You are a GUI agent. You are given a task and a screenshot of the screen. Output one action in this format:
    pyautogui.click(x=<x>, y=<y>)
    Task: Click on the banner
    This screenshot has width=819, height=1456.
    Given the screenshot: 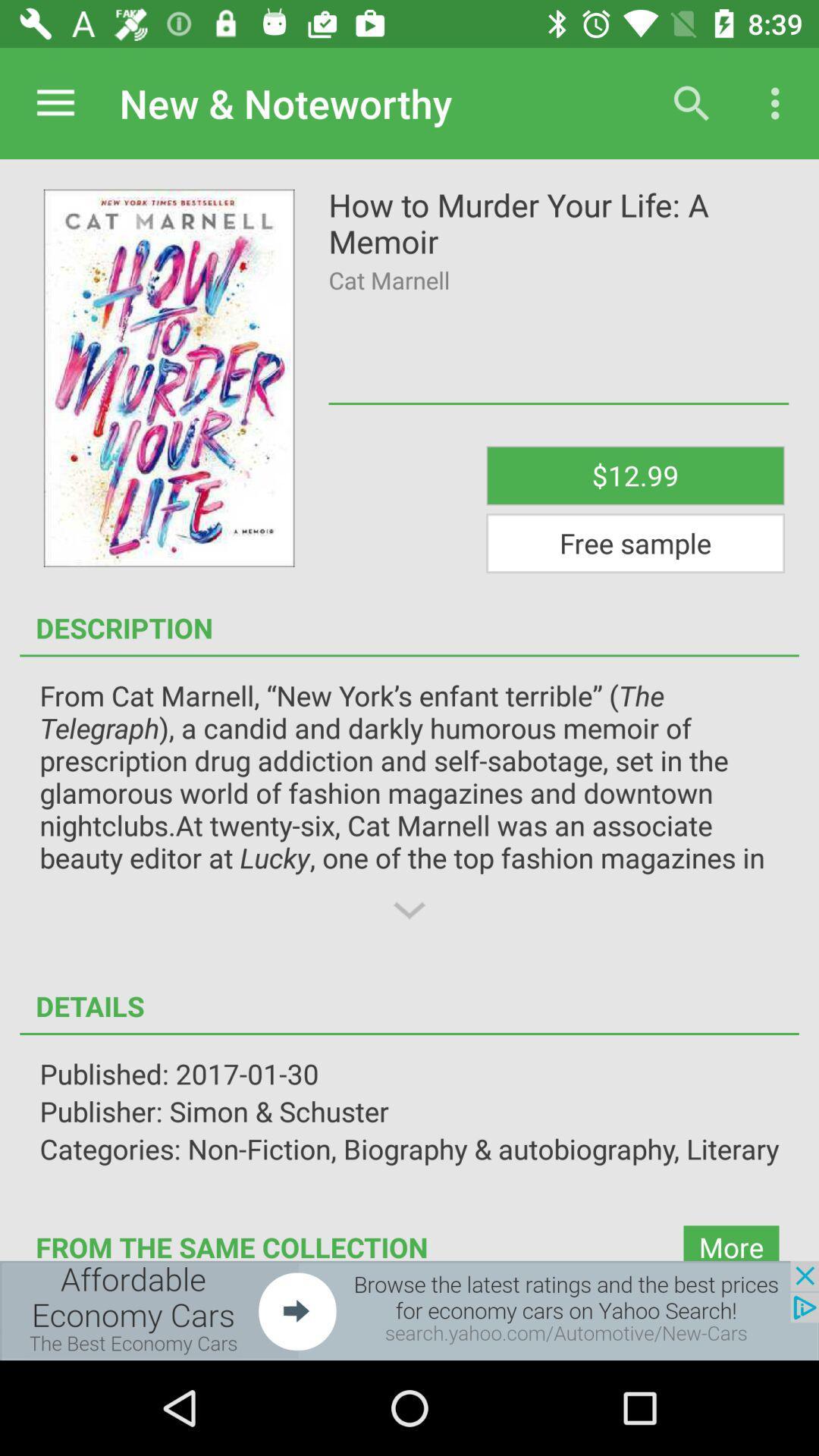 What is the action you would take?
    pyautogui.click(x=409, y=1310)
    